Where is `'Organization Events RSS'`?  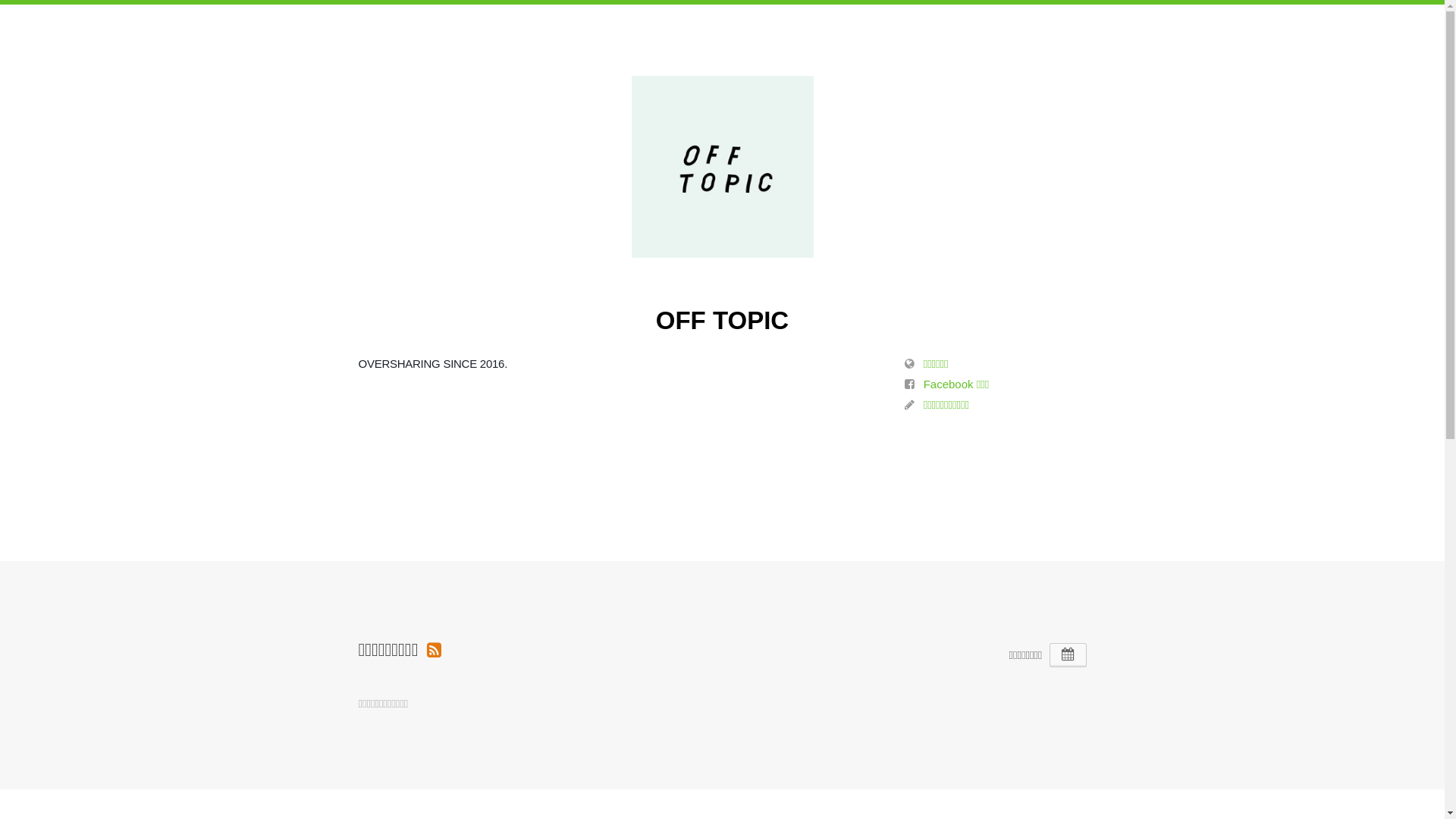 'Organization Events RSS' is located at coordinates (425, 648).